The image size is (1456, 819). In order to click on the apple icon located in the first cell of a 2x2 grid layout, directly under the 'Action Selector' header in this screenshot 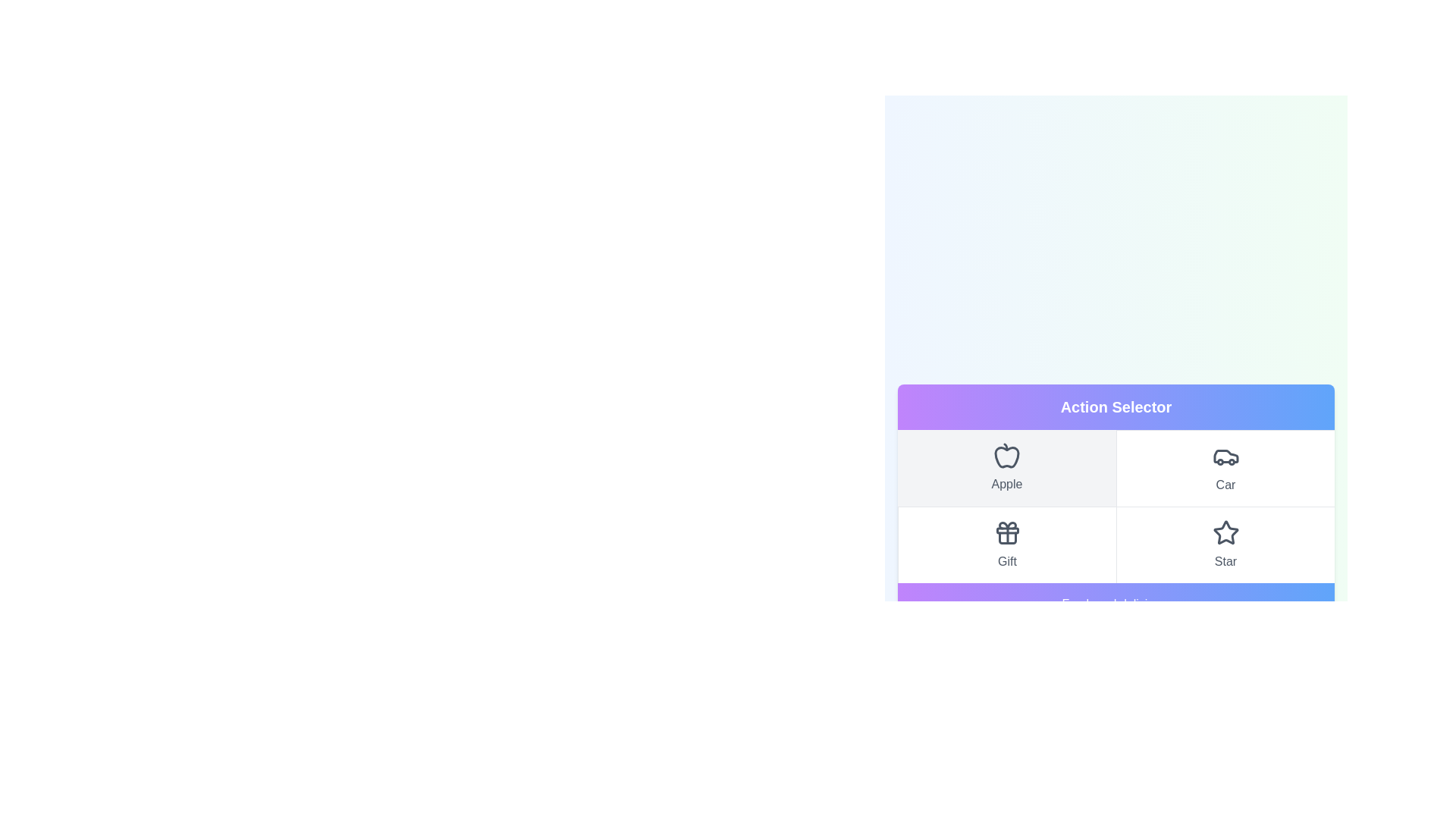, I will do `click(1007, 456)`.